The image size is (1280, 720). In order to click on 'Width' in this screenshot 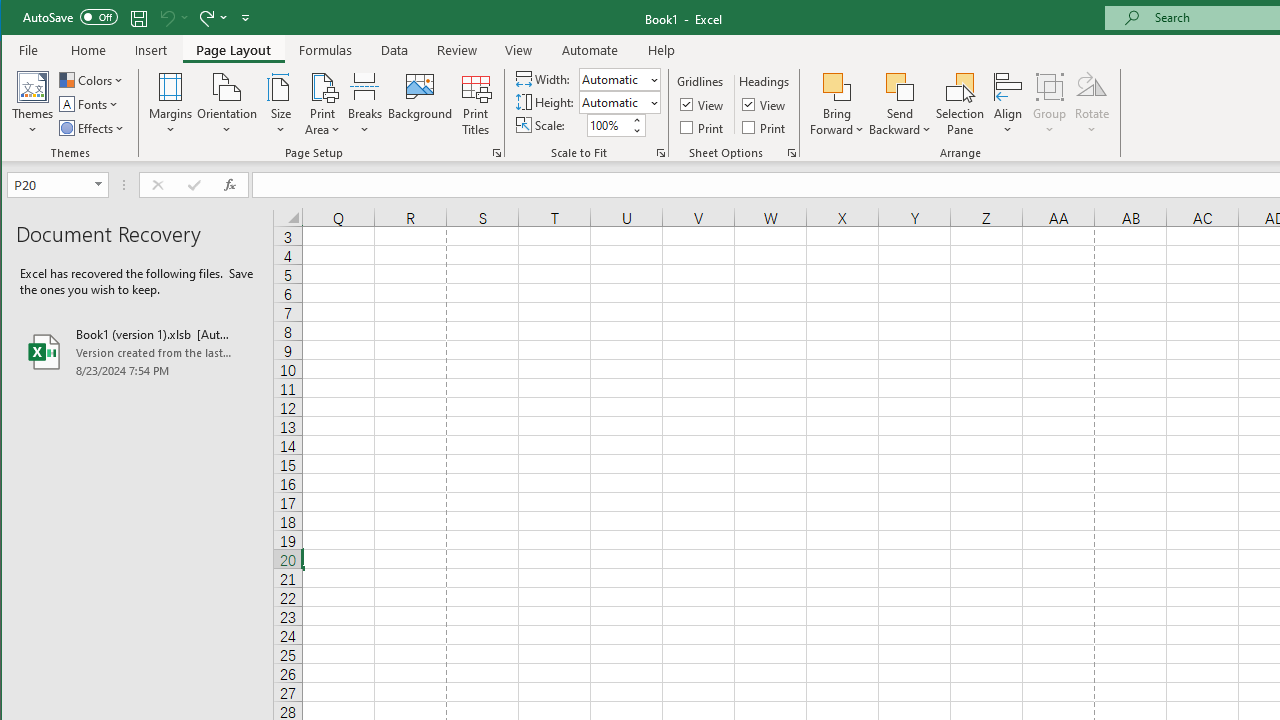, I will do `click(612, 78)`.